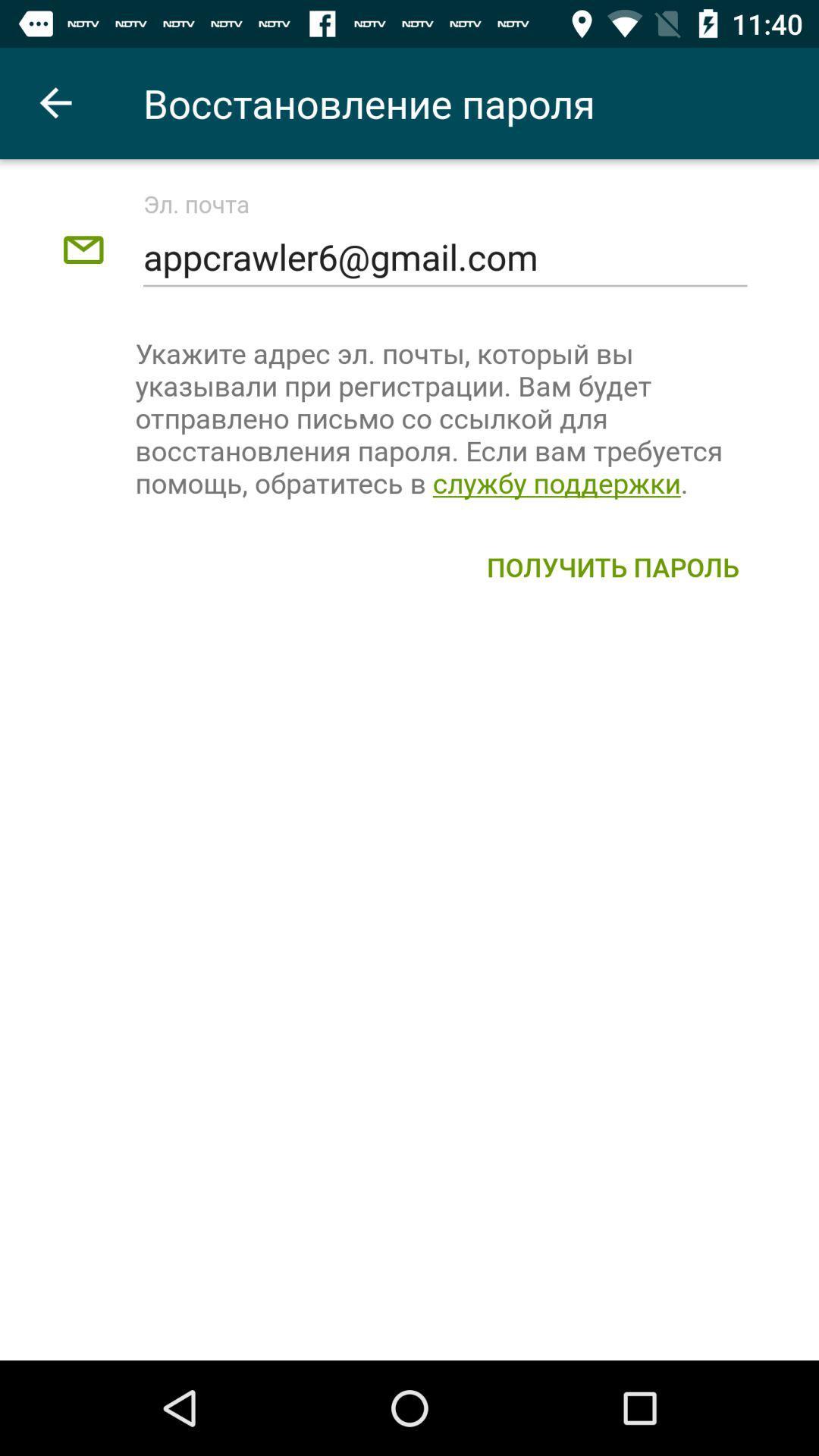 This screenshot has height=1456, width=819. I want to click on appcrawler6@gmail.com icon, so click(444, 257).